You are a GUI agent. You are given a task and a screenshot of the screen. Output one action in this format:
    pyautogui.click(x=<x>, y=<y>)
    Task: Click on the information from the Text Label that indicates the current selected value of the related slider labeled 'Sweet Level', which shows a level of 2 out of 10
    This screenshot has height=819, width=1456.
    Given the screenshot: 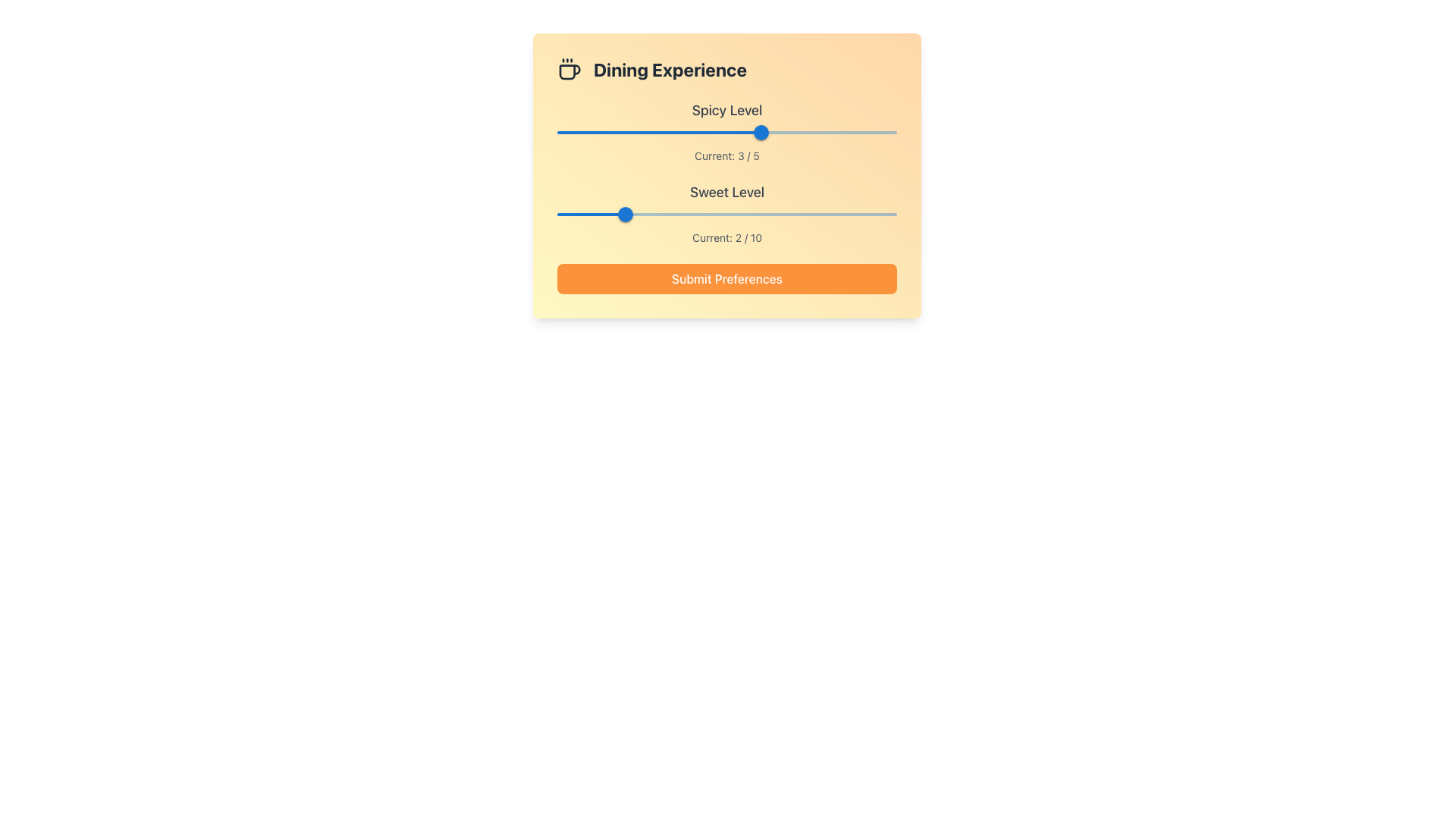 What is the action you would take?
    pyautogui.click(x=726, y=237)
    